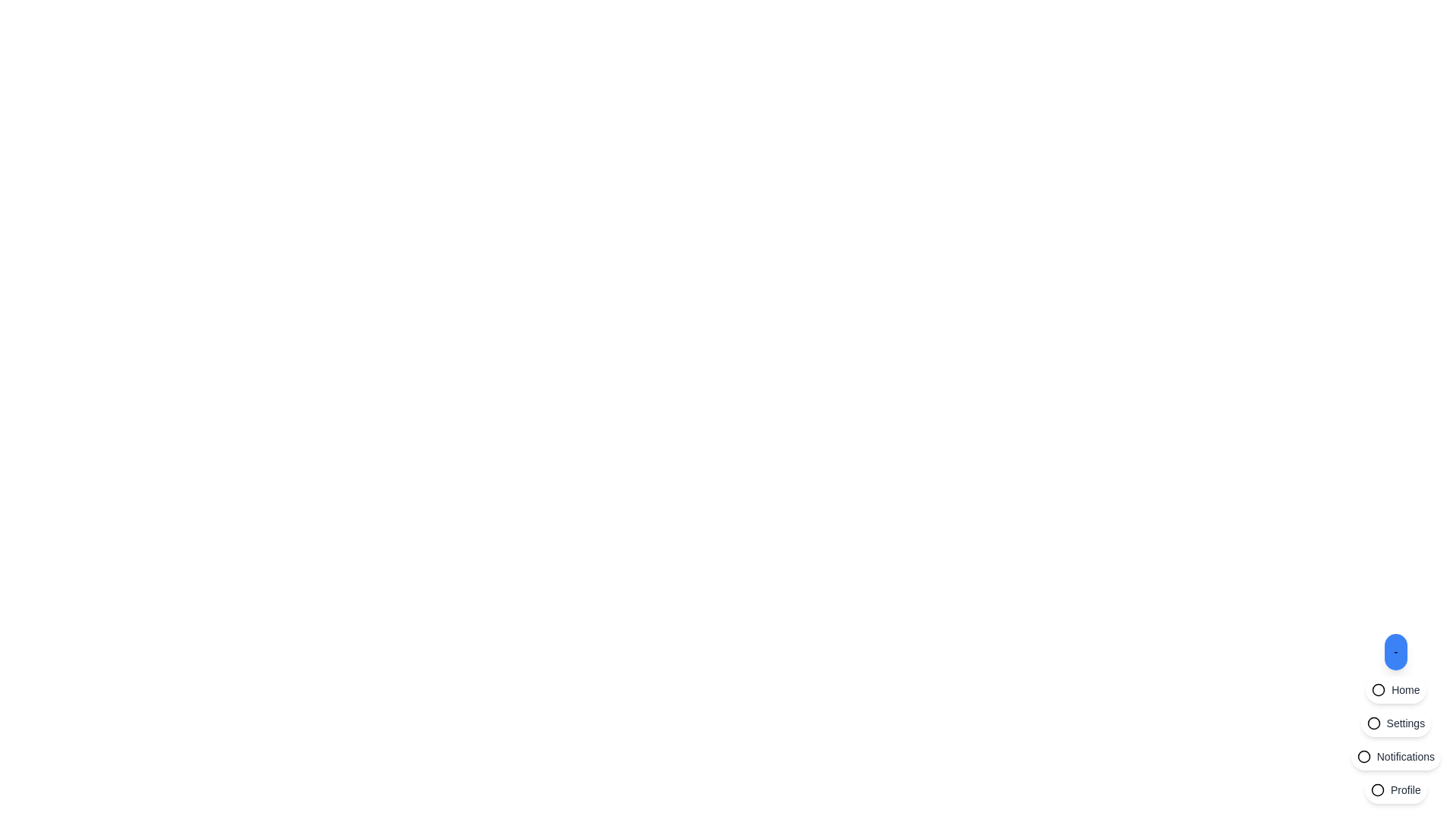 The height and width of the screenshot is (819, 1456). Describe the element at coordinates (1395, 757) in the screenshot. I see `the rounded white button labeled 'Notifications' located at the bottom-right corner of the interface` at that location.